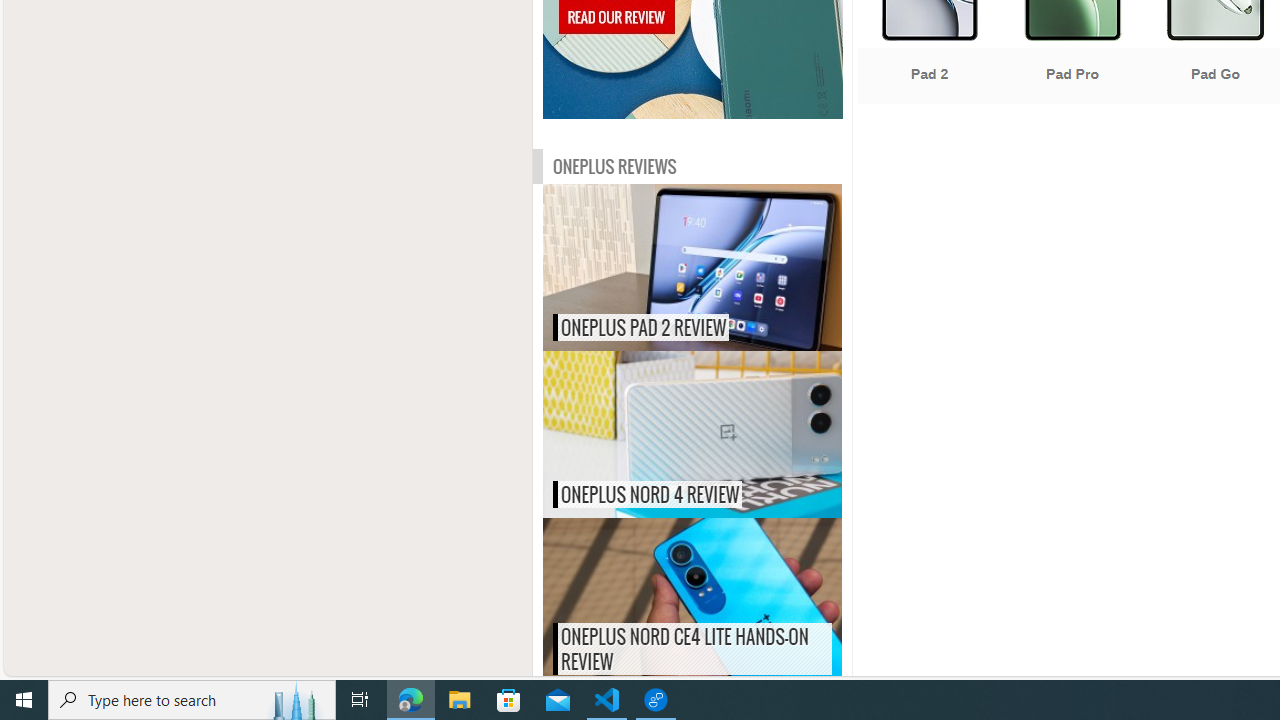 The image size is (1280, 720). Describe the element at coordinates (733, 266) in the screenshot. I see `'OnePlus Pad 2 review'` at that location.